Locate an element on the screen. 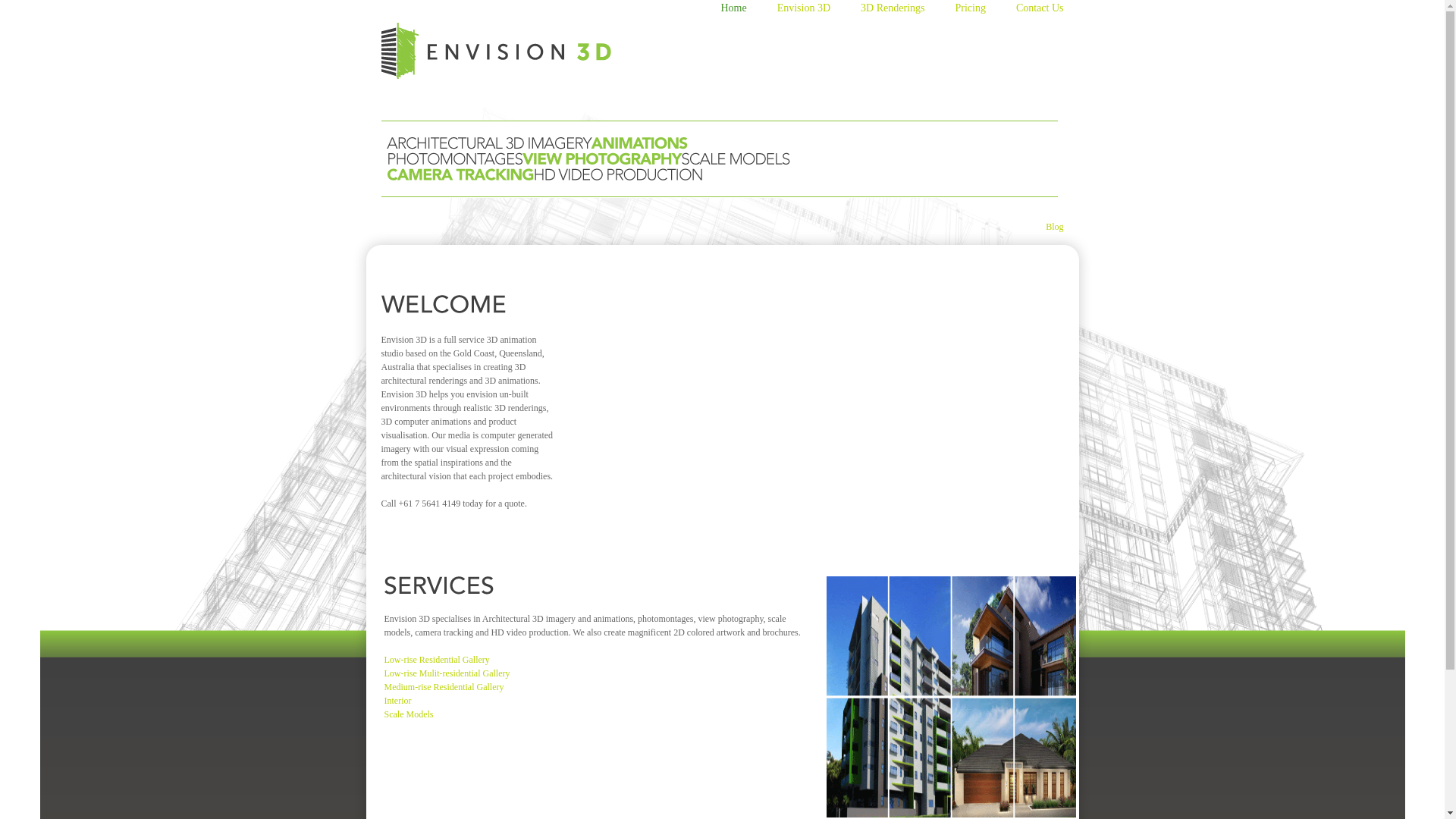 The height and width of the screenshot is (819, 1456). 'Scale Models' is located at coordinates (408, 714).